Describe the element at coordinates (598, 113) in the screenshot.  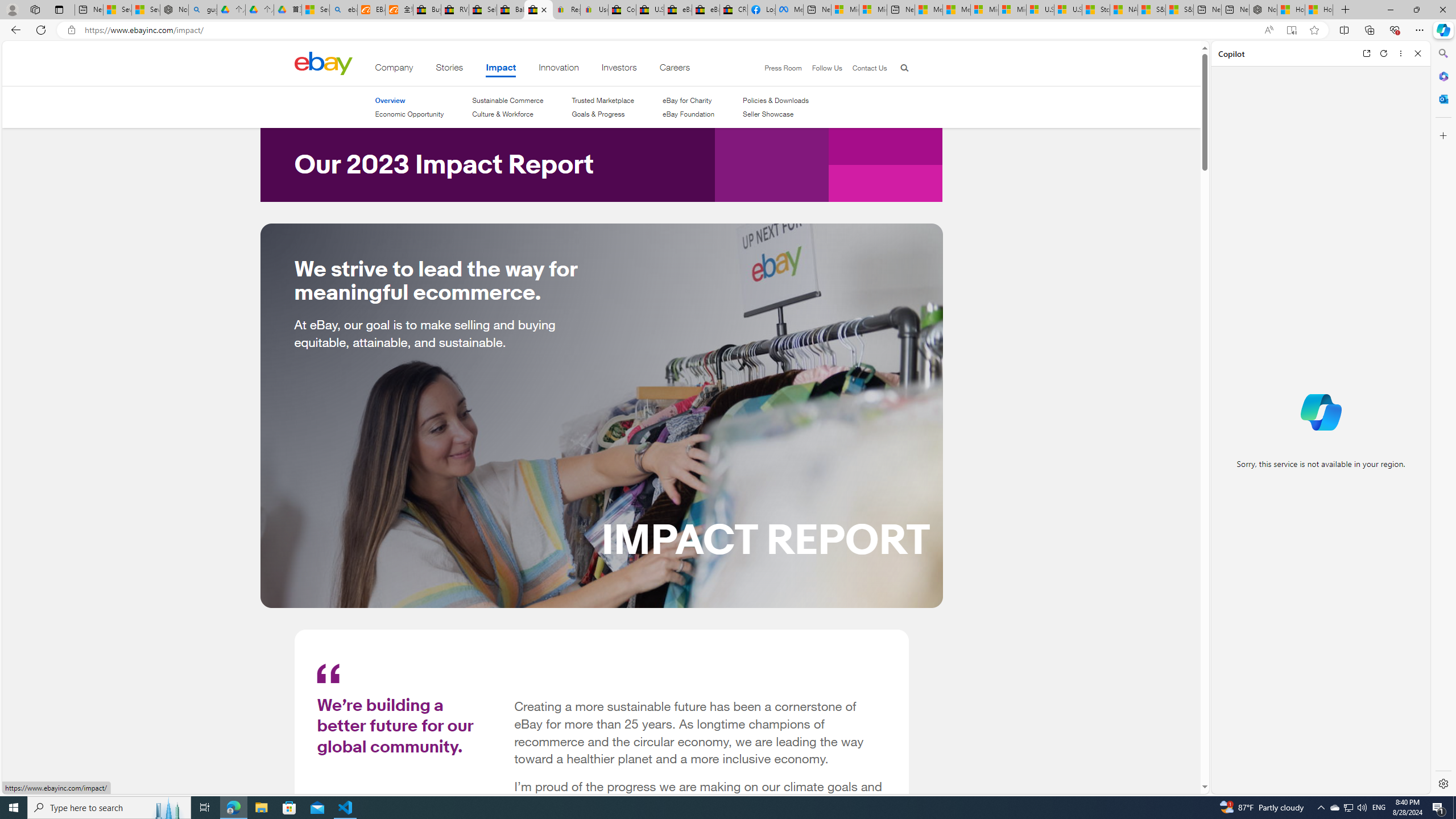
I see `'Goals & Progress'` at that location.